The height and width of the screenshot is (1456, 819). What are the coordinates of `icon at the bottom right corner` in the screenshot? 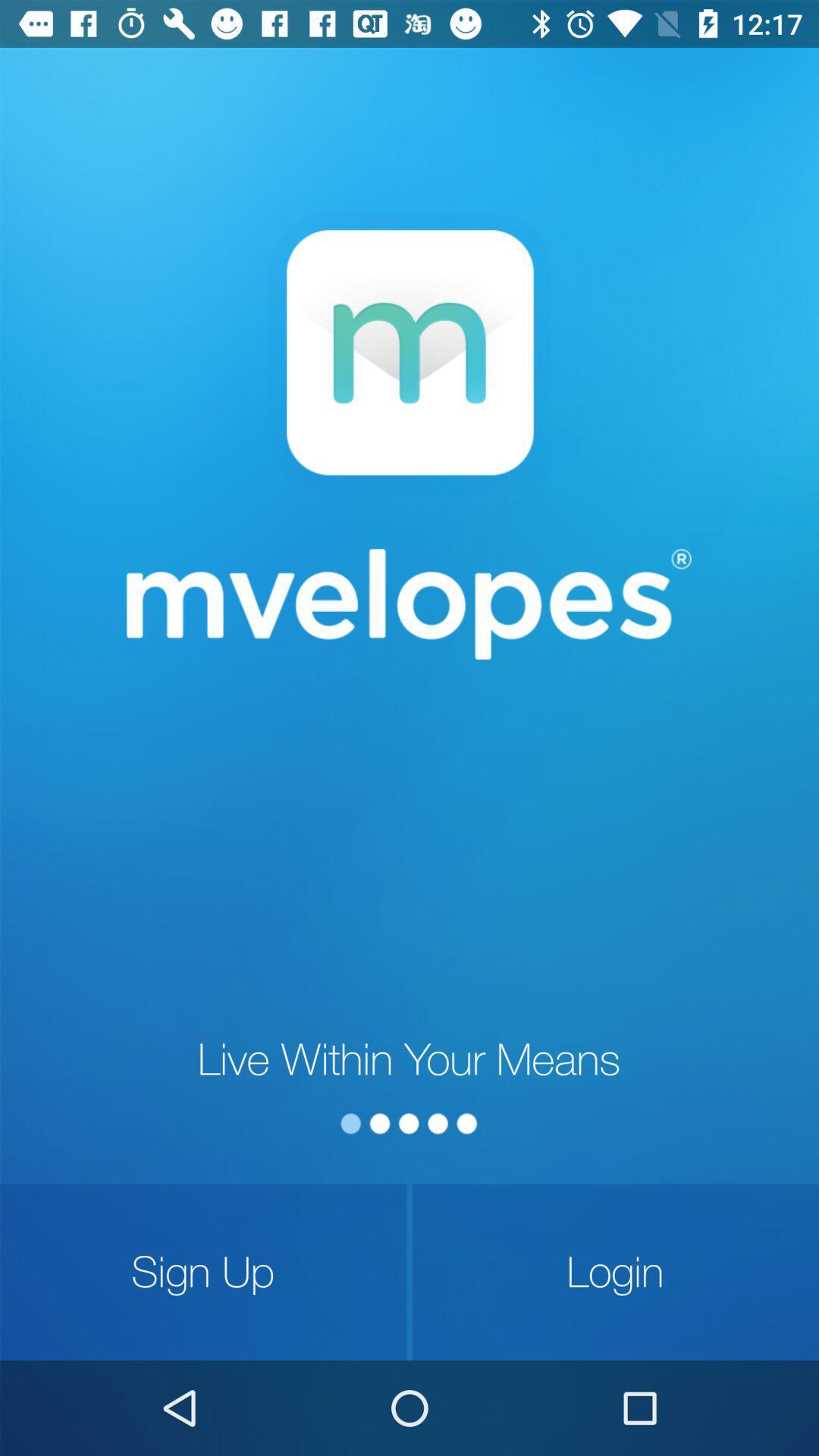 It's located at (615, 1272).